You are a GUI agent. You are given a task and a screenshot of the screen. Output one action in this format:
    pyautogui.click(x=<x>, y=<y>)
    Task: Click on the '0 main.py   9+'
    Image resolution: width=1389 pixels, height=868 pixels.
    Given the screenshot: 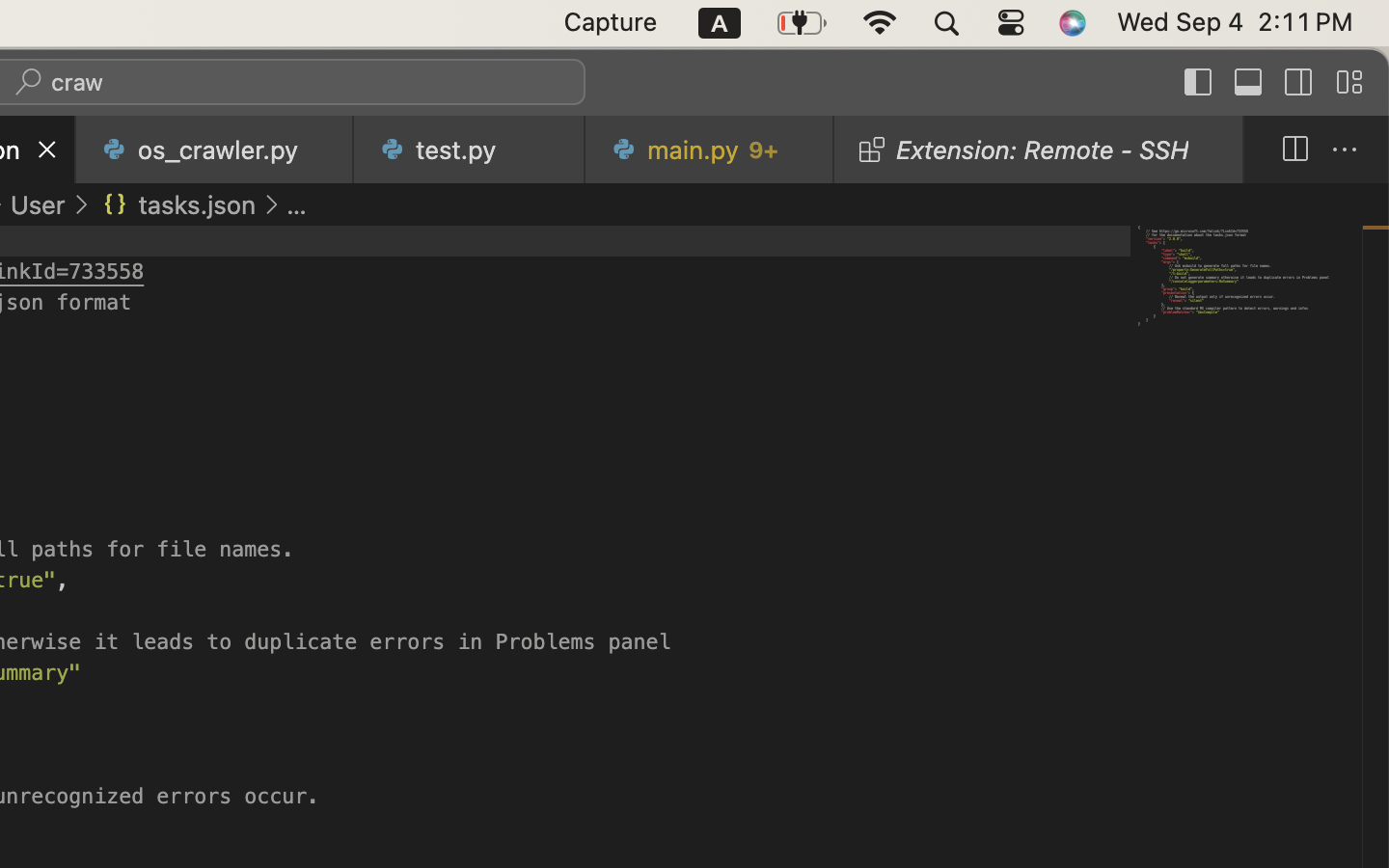 What is the action you would take?
    pyautogui.click(x=709, y=149)
    